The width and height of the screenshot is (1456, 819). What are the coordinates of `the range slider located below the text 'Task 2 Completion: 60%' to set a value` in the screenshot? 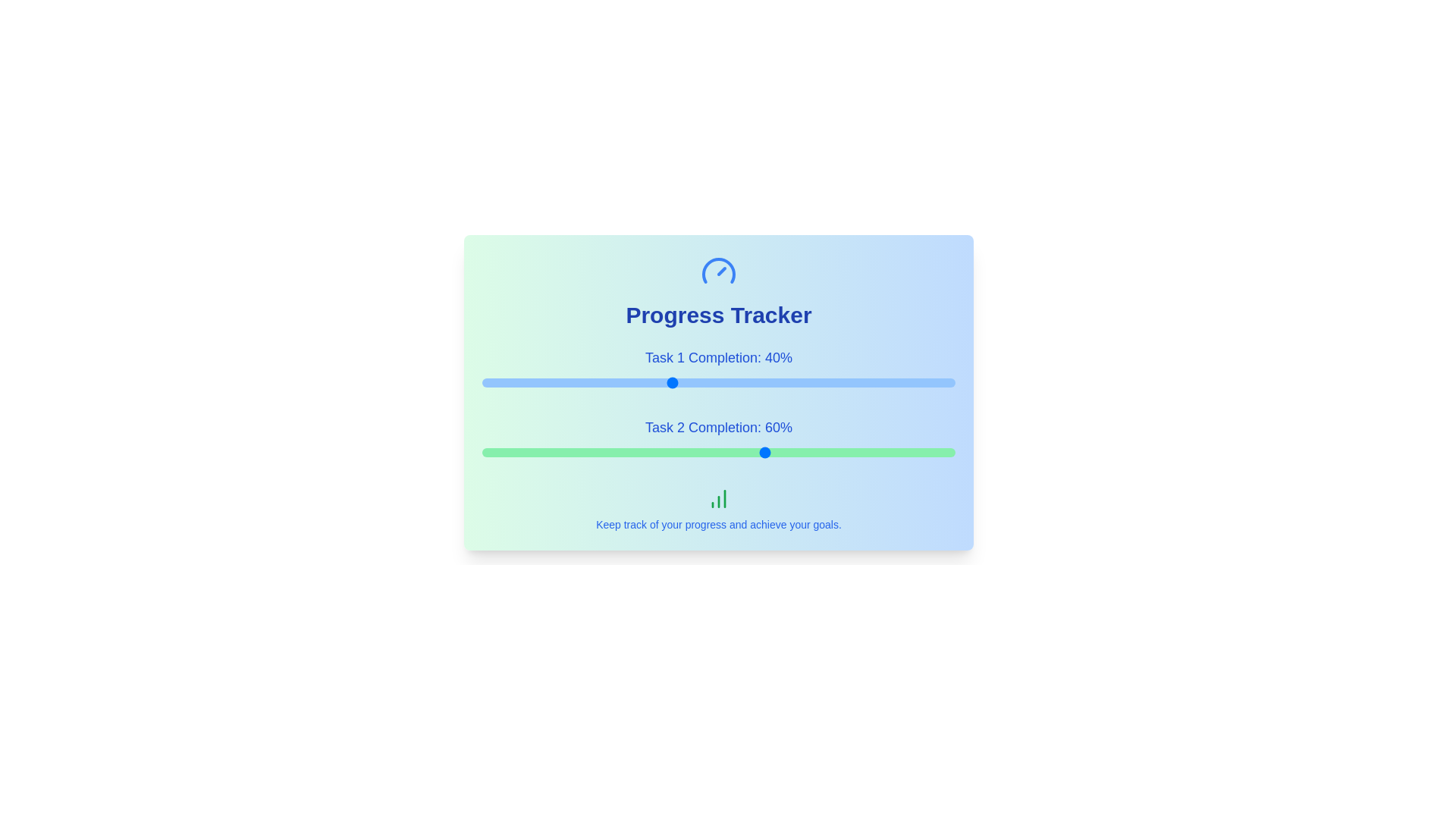 It's located at (718, 452).